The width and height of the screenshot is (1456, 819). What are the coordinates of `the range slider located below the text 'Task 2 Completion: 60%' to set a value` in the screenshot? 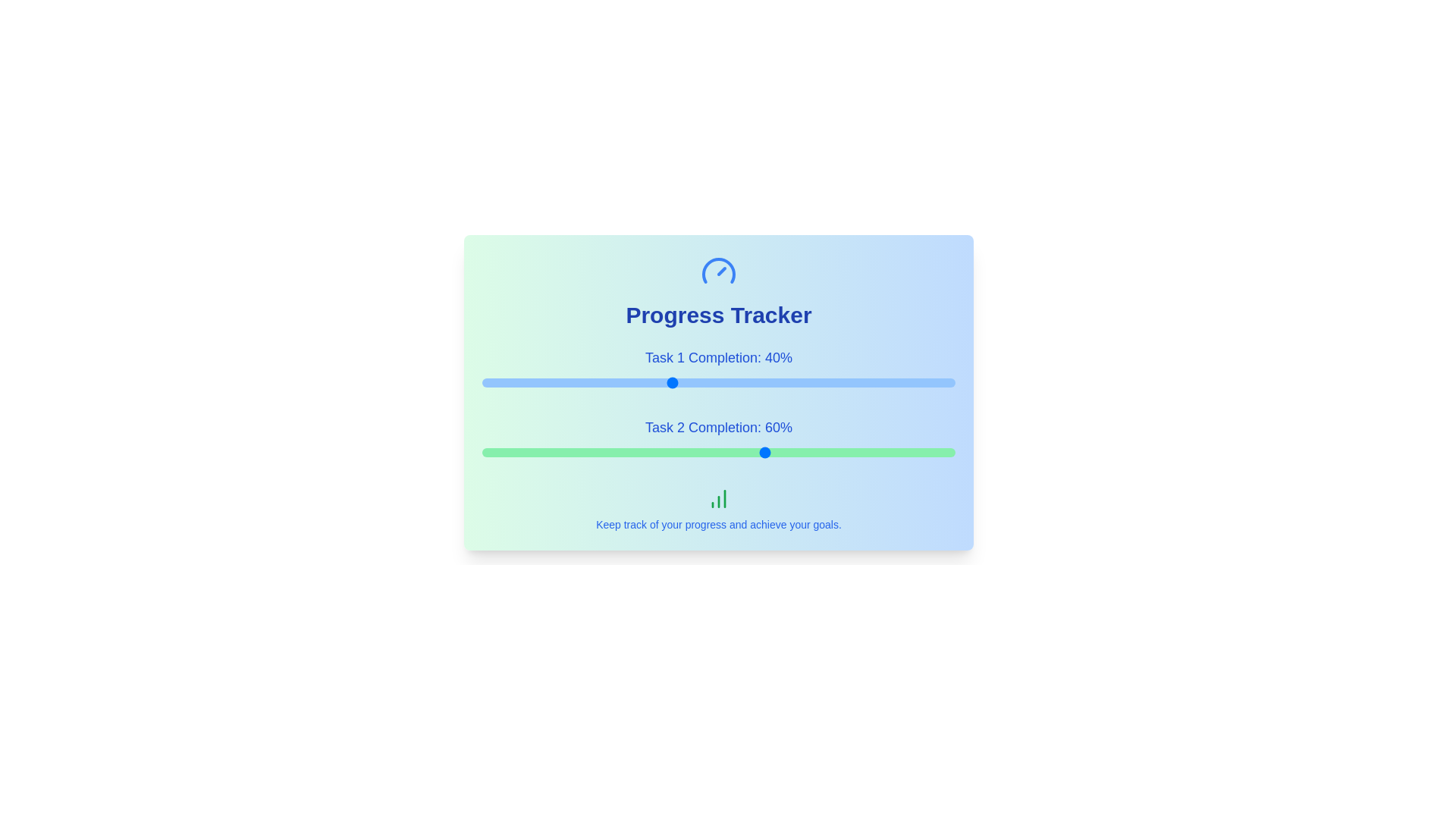 It's located at (718, 452).